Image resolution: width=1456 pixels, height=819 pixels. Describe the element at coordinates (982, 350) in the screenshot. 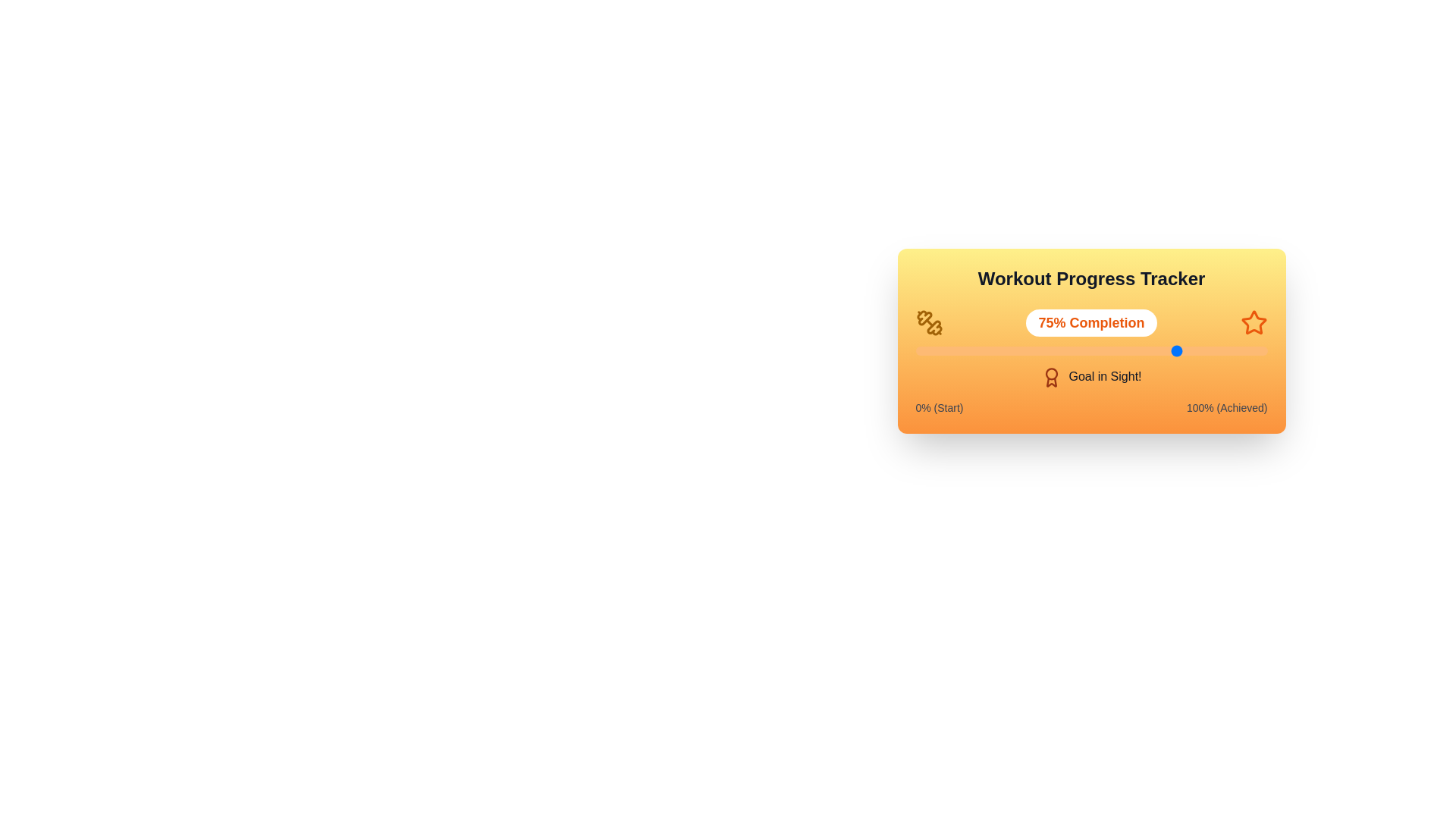

I see `the progress slider to 19%` at that location.